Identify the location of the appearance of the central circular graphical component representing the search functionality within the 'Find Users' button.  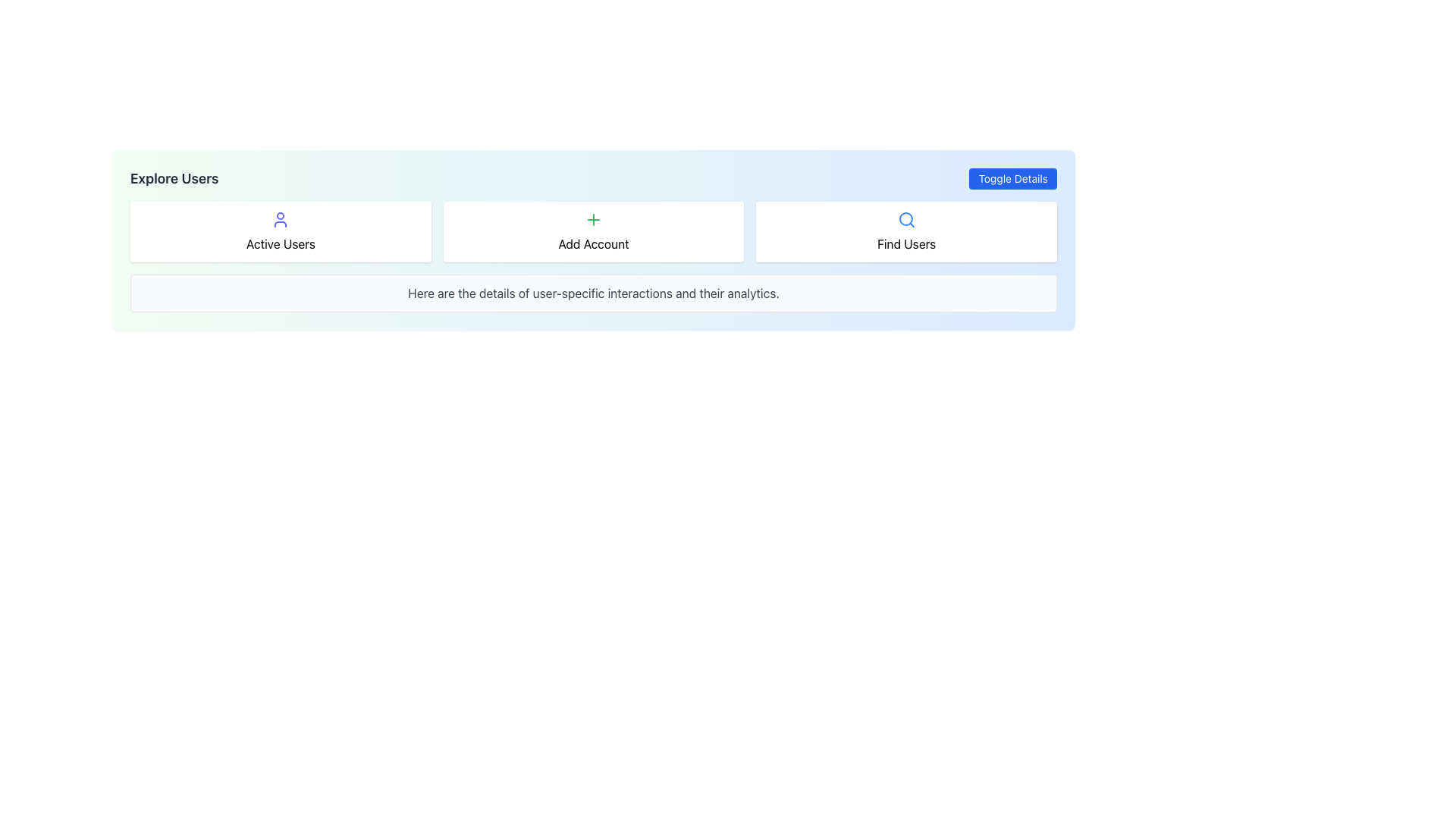
(905, 219).